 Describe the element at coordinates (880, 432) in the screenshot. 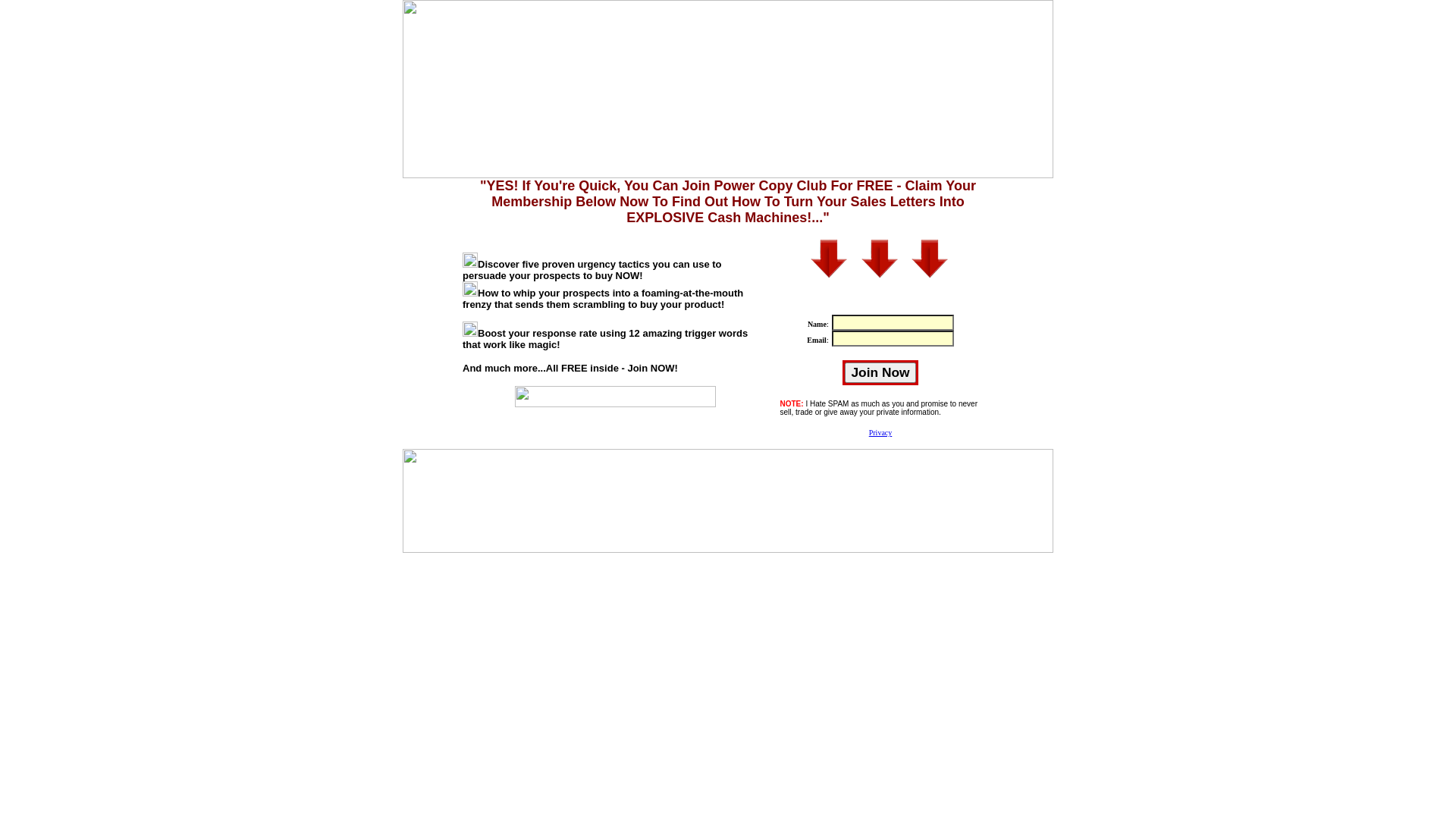

I see `'Privacy'` at that location.